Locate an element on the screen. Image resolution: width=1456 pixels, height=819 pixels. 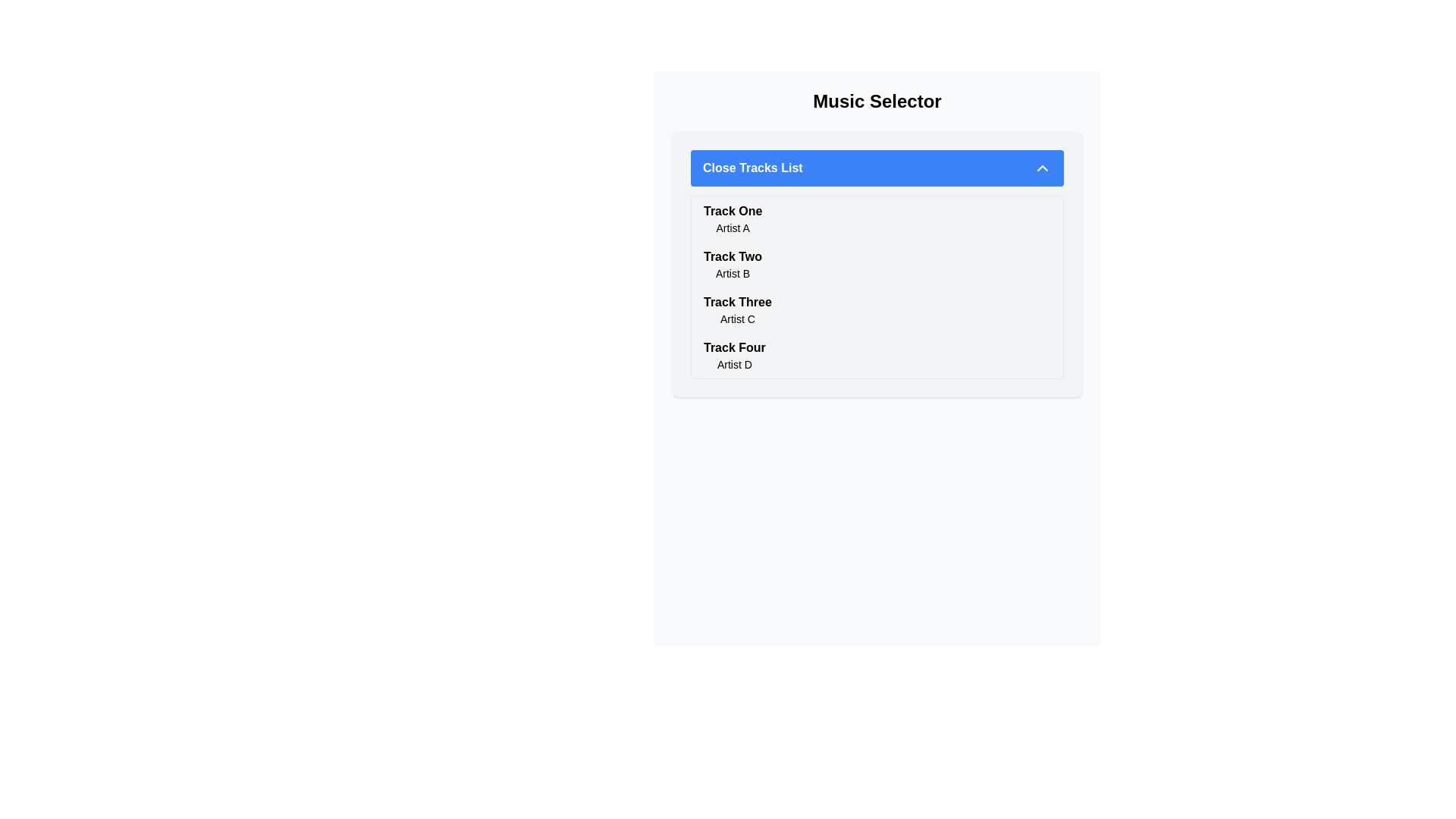
the Text Label displaying the artist name for 'Track One', located beneath the track title, to provide additional information about the artist is located at coordinates (733, 227).